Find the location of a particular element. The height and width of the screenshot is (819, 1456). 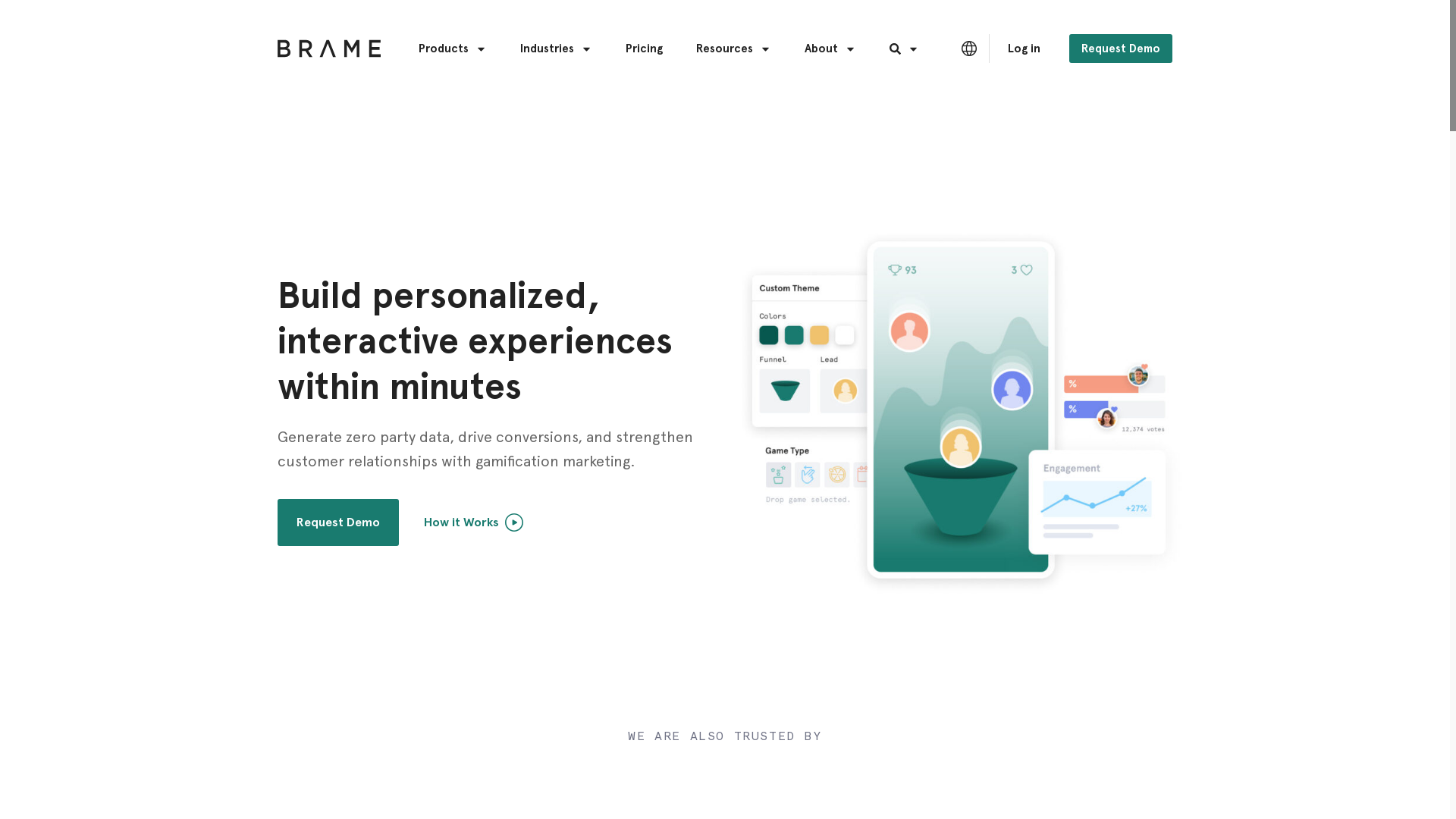

'Log in' is located at coordinates (1024, 48).